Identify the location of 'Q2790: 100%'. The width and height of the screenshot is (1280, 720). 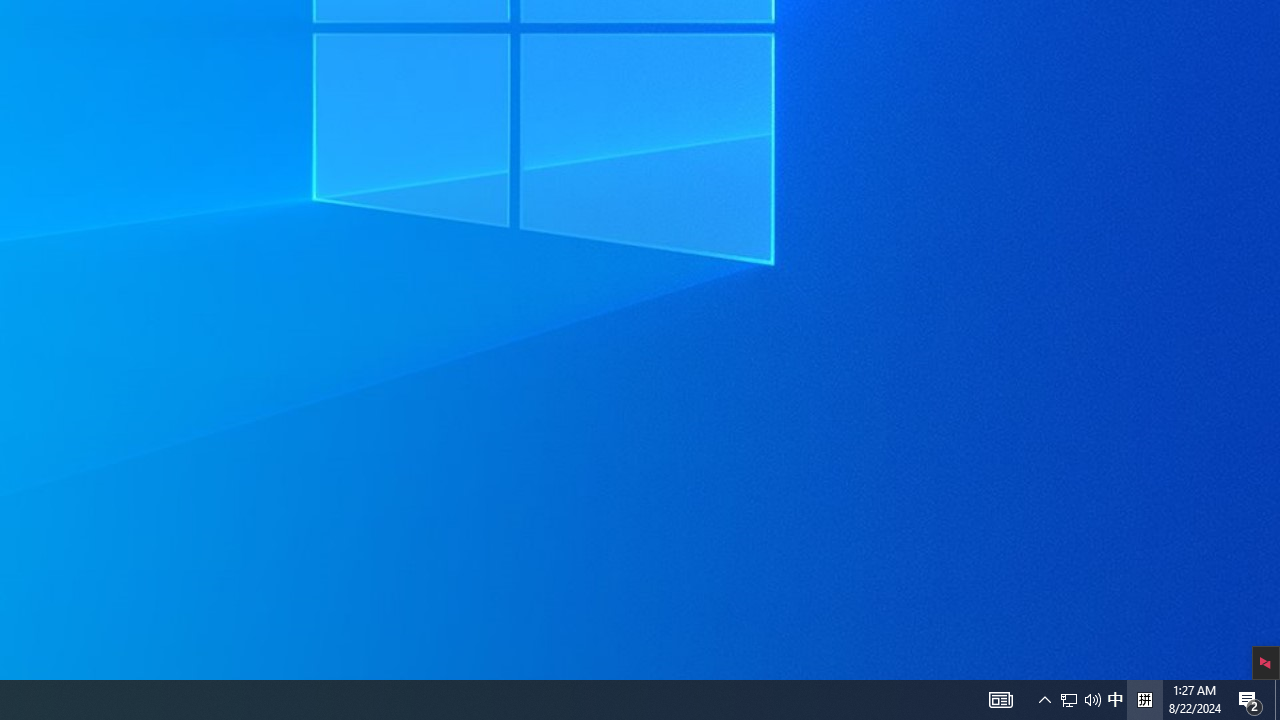
(1114, 698).